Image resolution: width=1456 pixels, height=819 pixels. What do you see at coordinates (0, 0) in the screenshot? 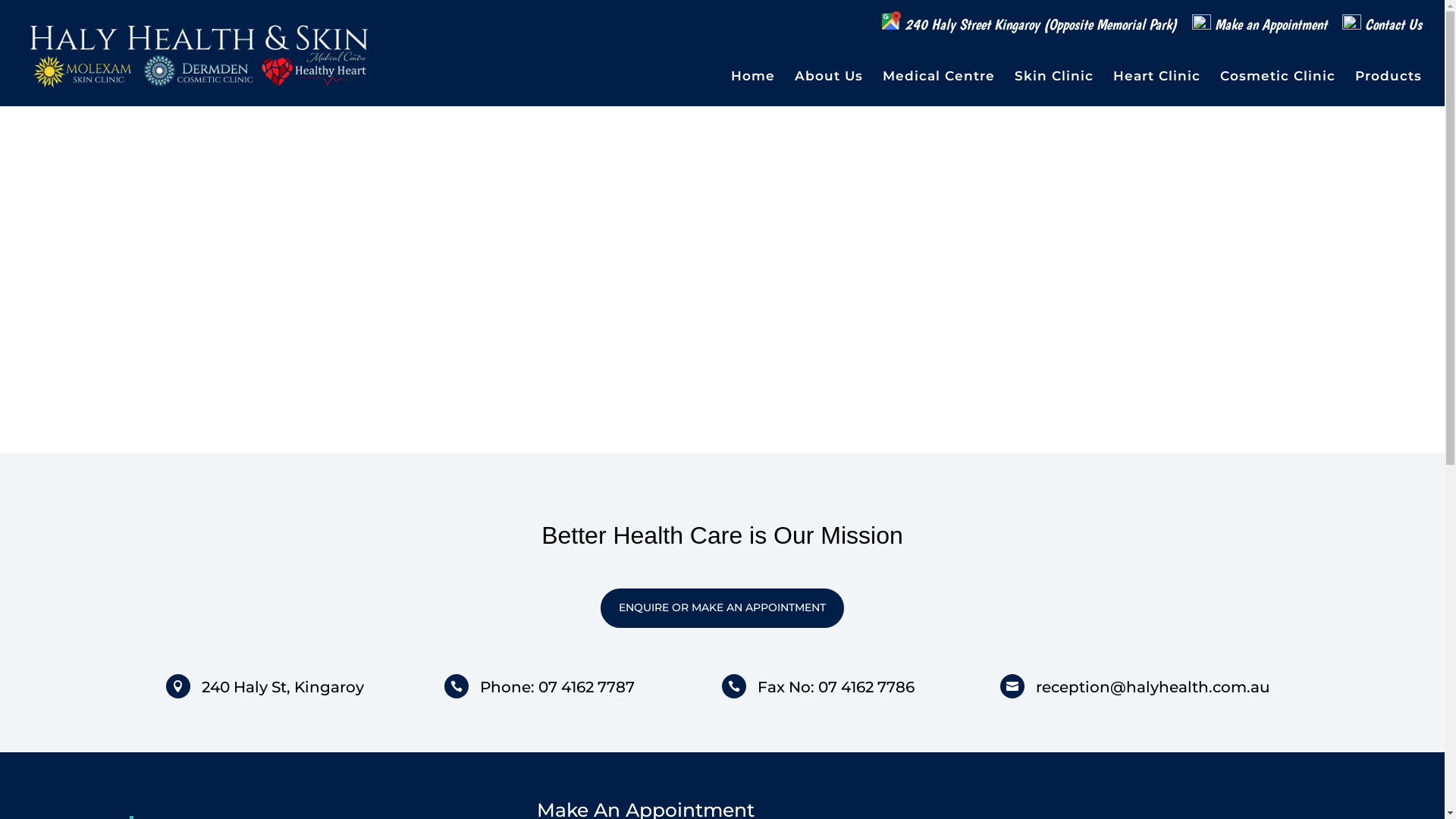
I see `'Skip to content'` at bounding box center [0, 0].